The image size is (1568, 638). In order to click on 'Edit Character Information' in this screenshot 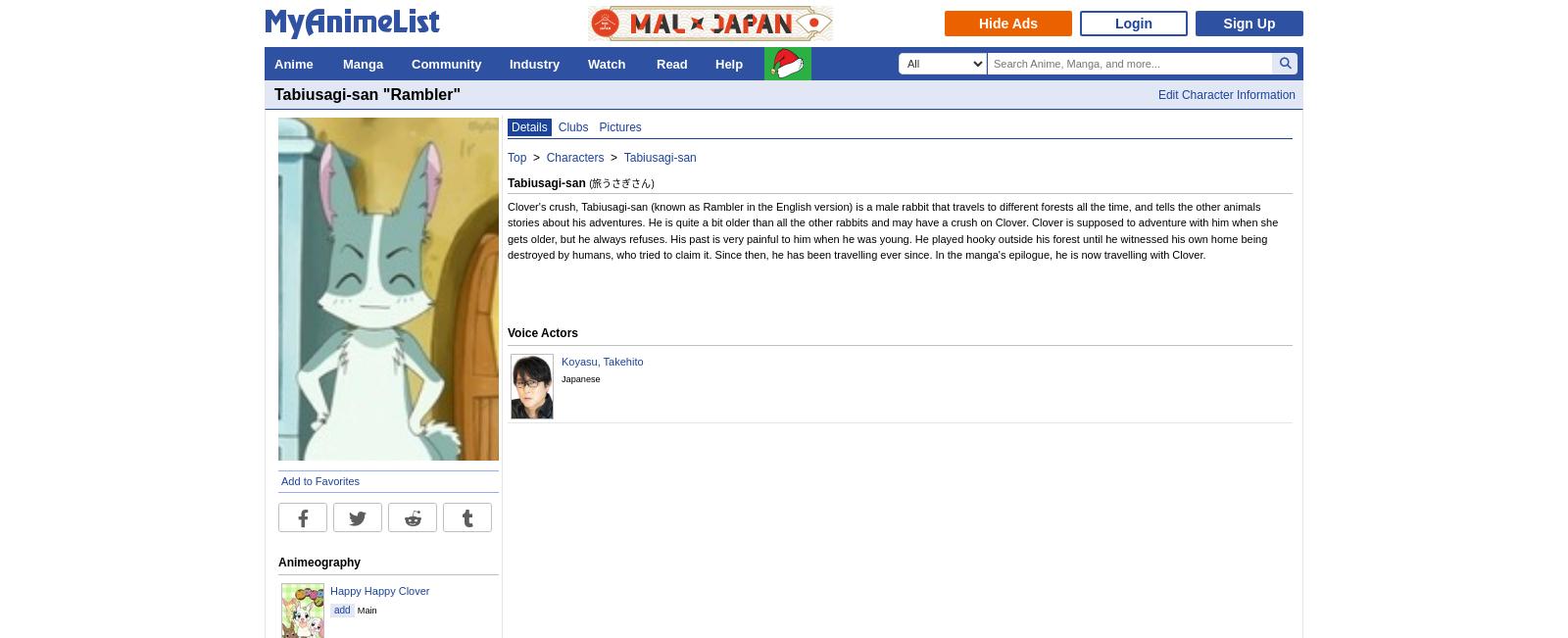, I will do `click(1225, 93)`.